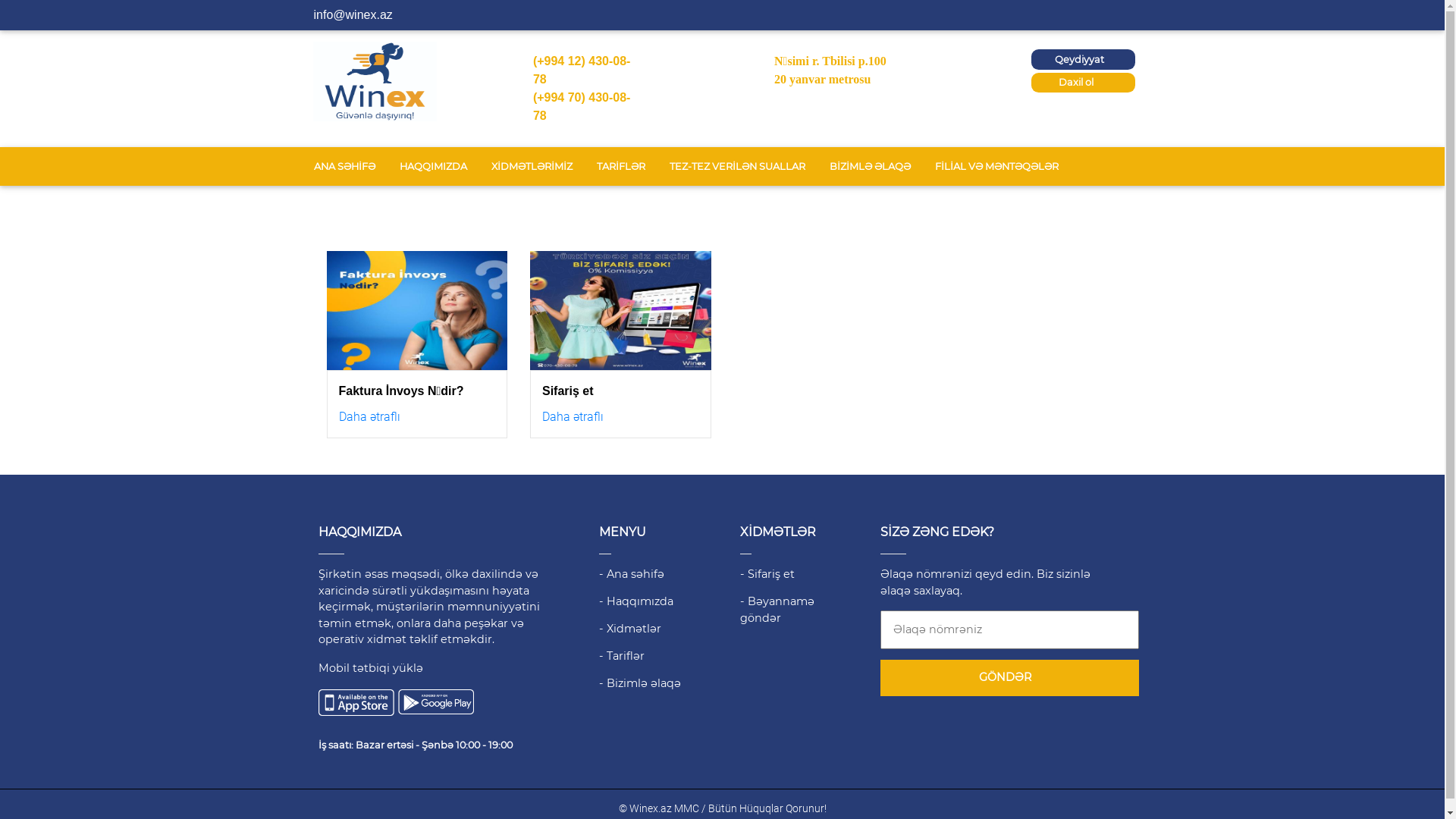  I want to click on 'Qeydiyyat', so click(1031, 58).